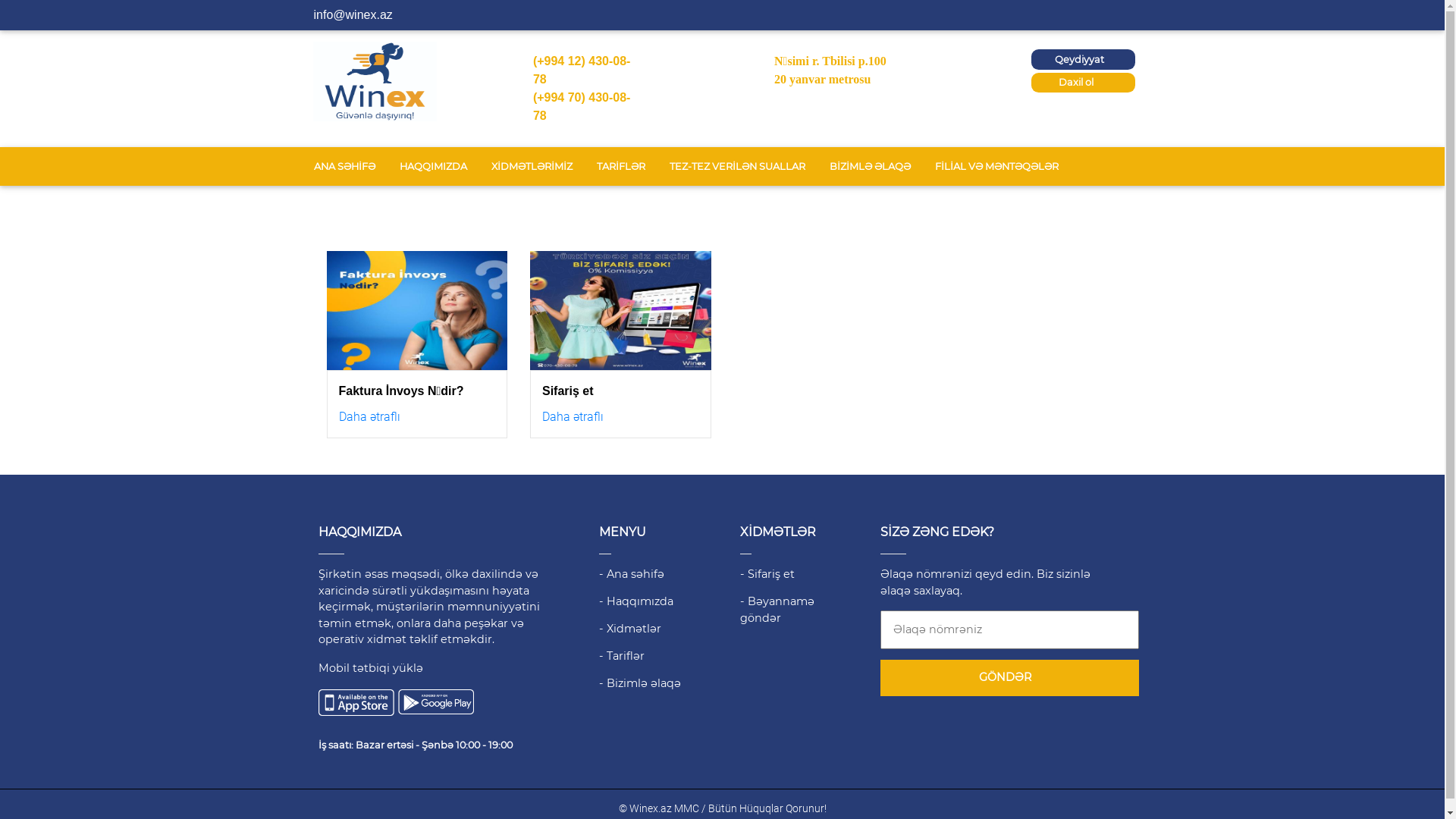  I want to click on 'Qeydiyyat', so click(1031, 58).